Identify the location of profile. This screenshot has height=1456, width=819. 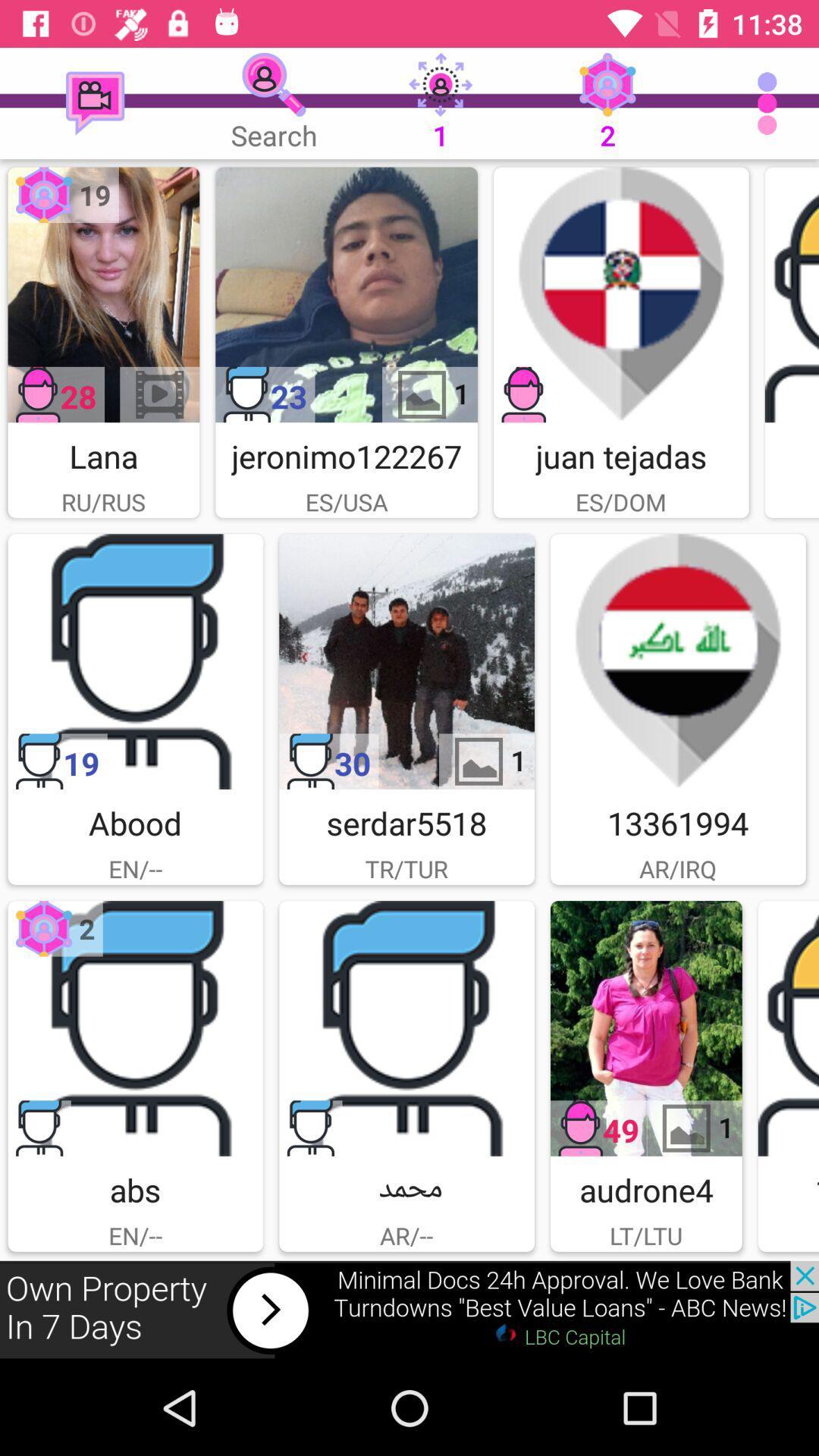
(406, 1028).